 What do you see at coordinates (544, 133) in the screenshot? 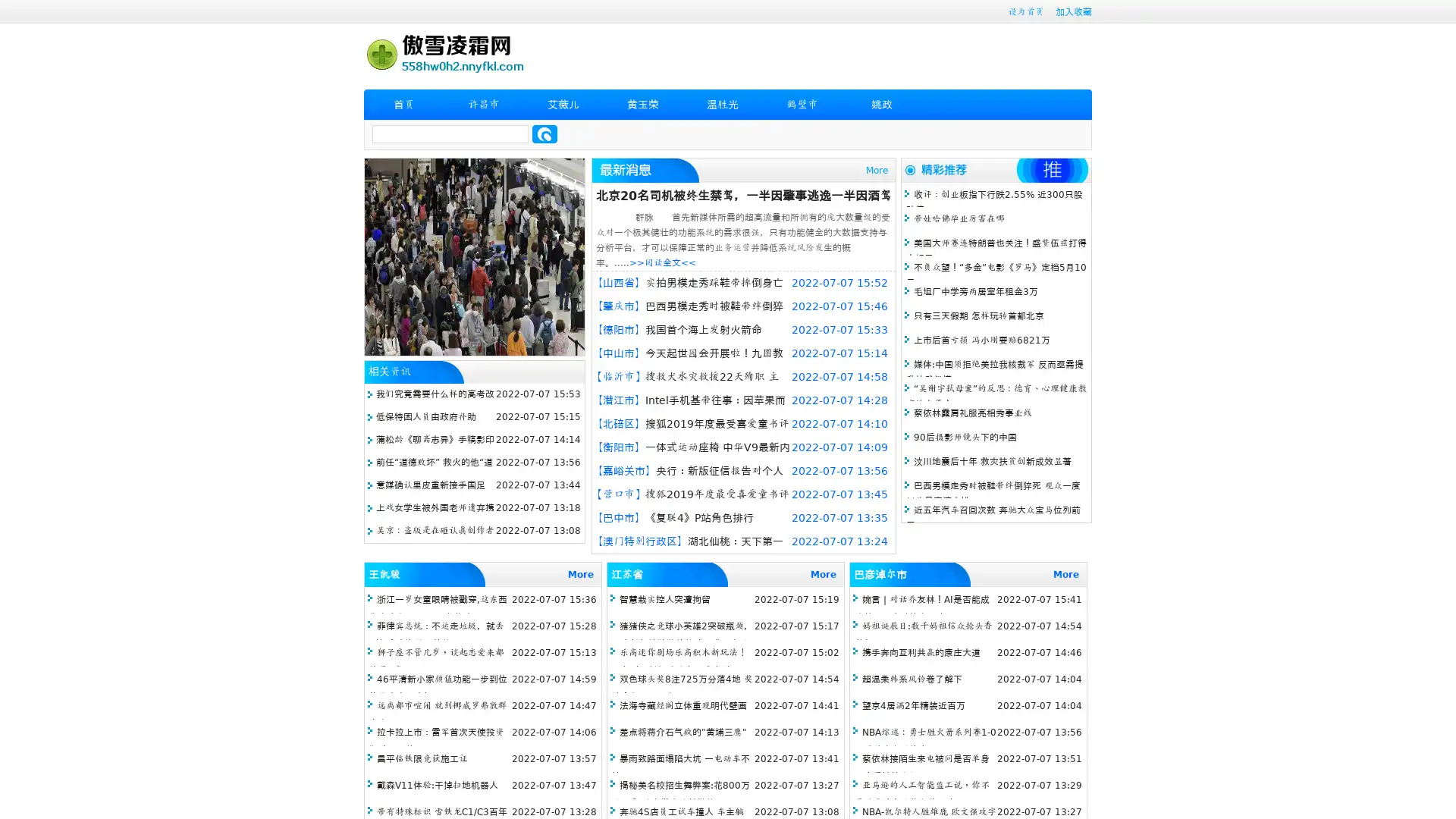
I see `Search` at bounding box center [544, 133].